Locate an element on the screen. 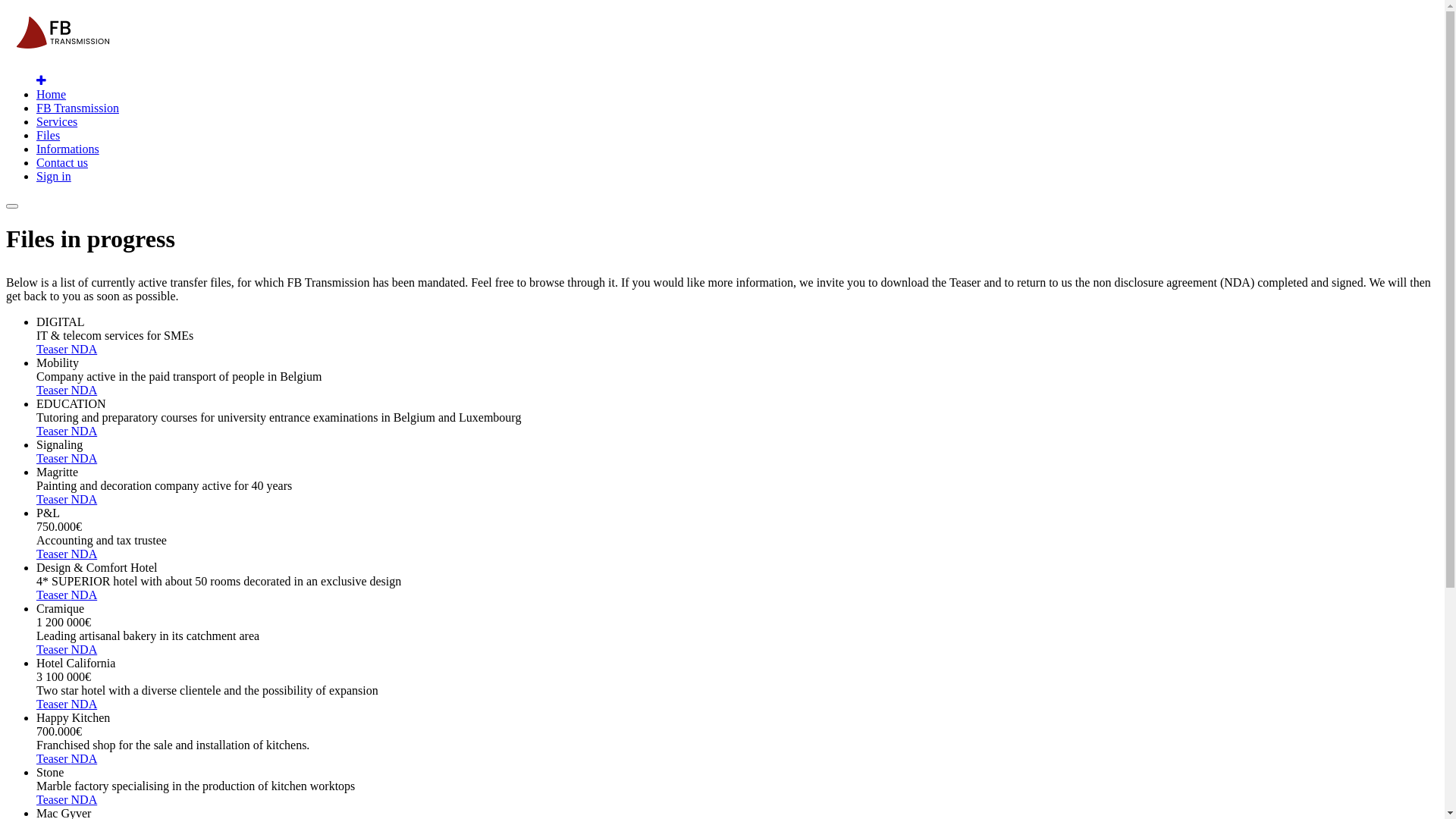 Image resolution: width=1456 pixels, height=819 pixels. 'NDA' is located at coordinates (71, 457).